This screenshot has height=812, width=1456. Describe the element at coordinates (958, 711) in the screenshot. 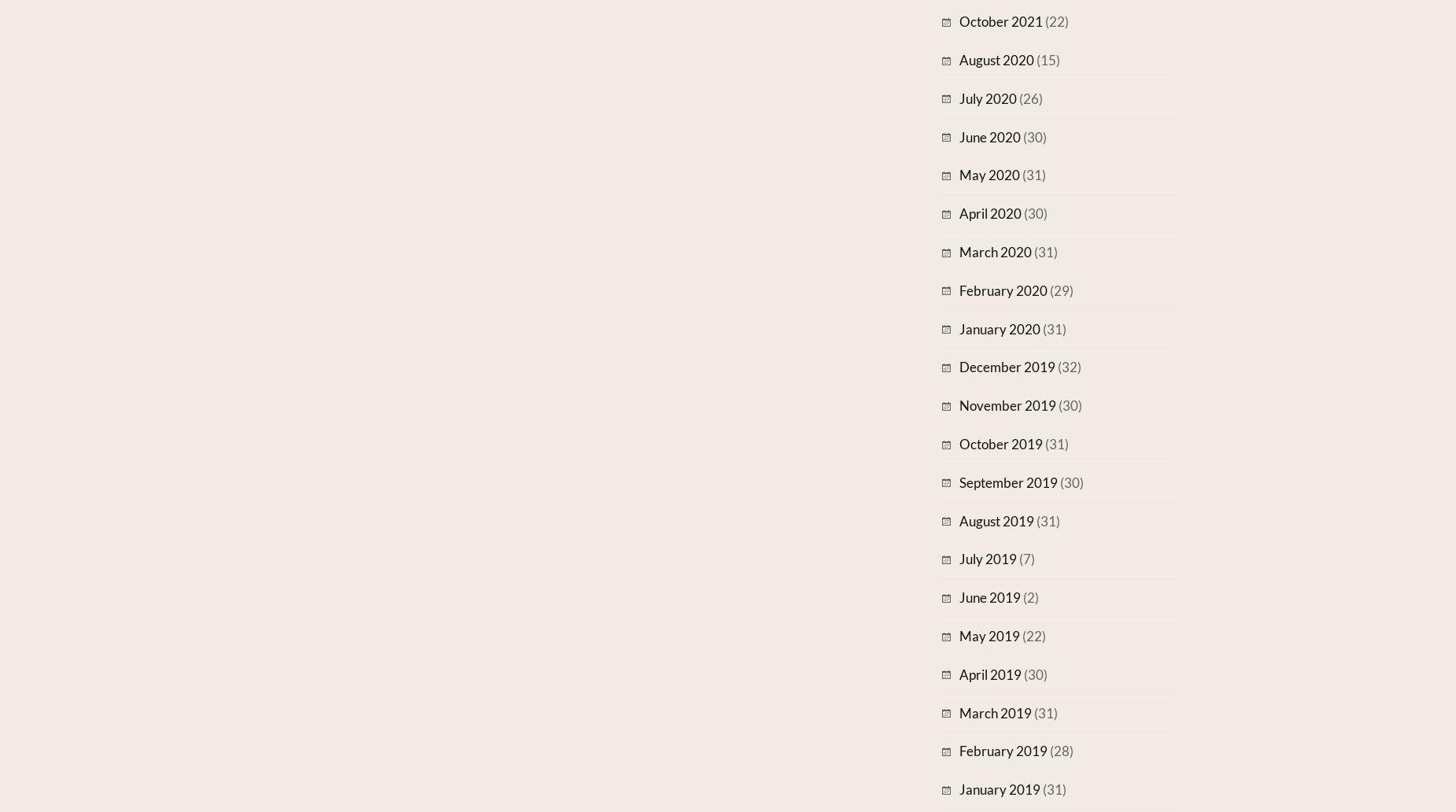

I see `'March 2019'` at that location.